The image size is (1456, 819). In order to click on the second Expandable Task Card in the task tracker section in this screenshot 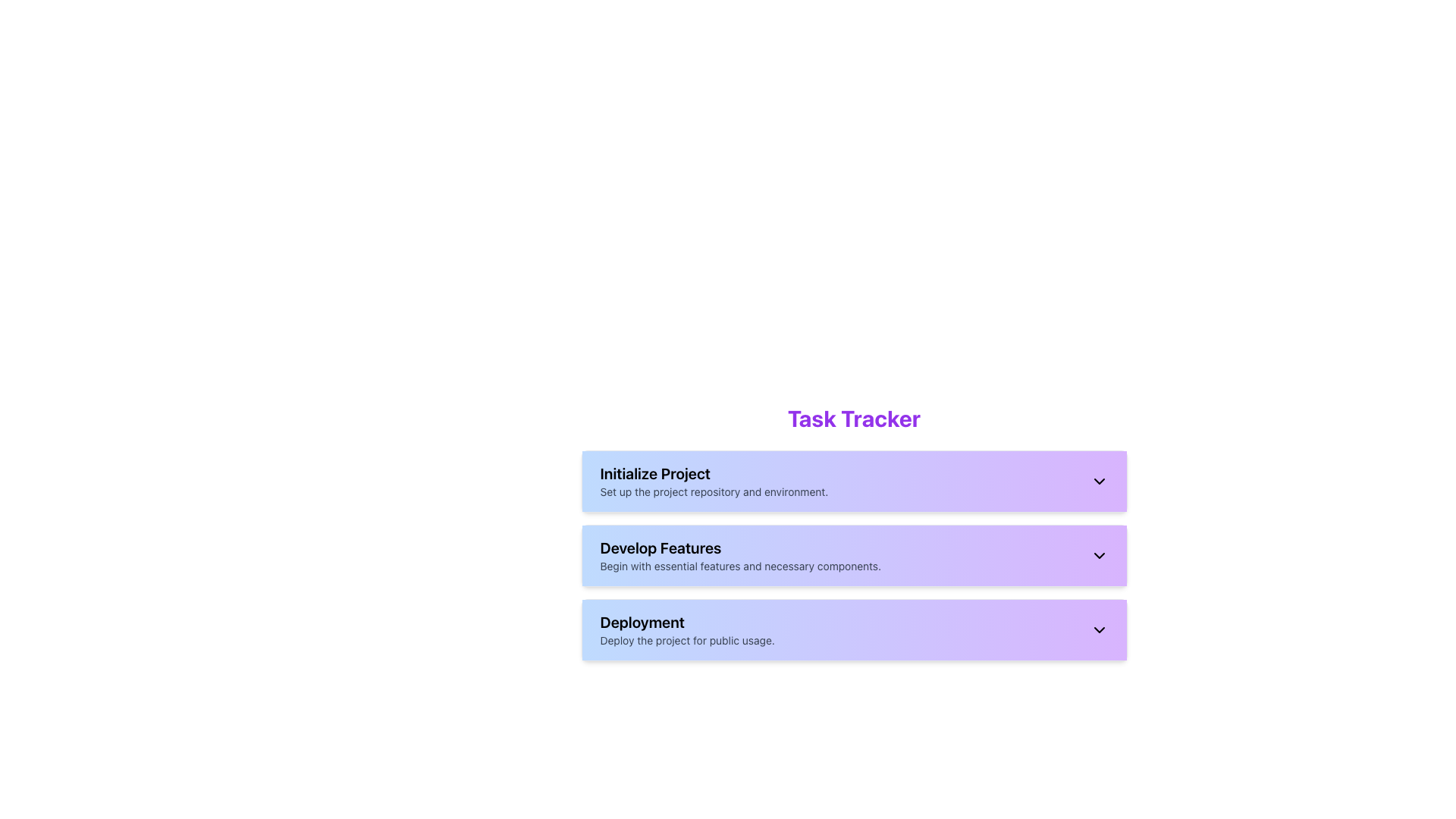, I will do `click(854, 555)`.